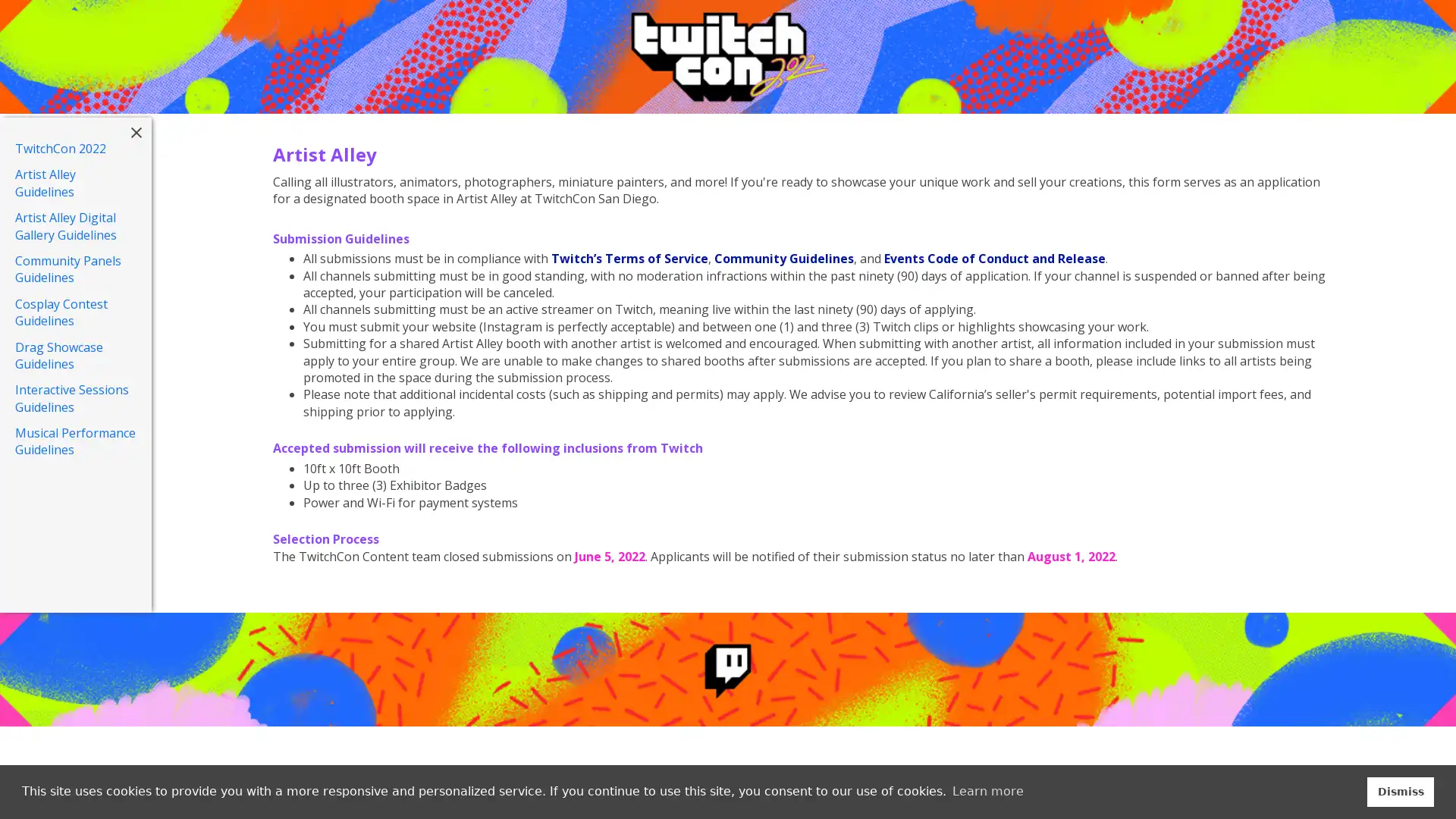  What do you see at coordinates (1400, 791) in the screenshot?
I see `dismiss cookie message` at bounding box center [1400, 791].